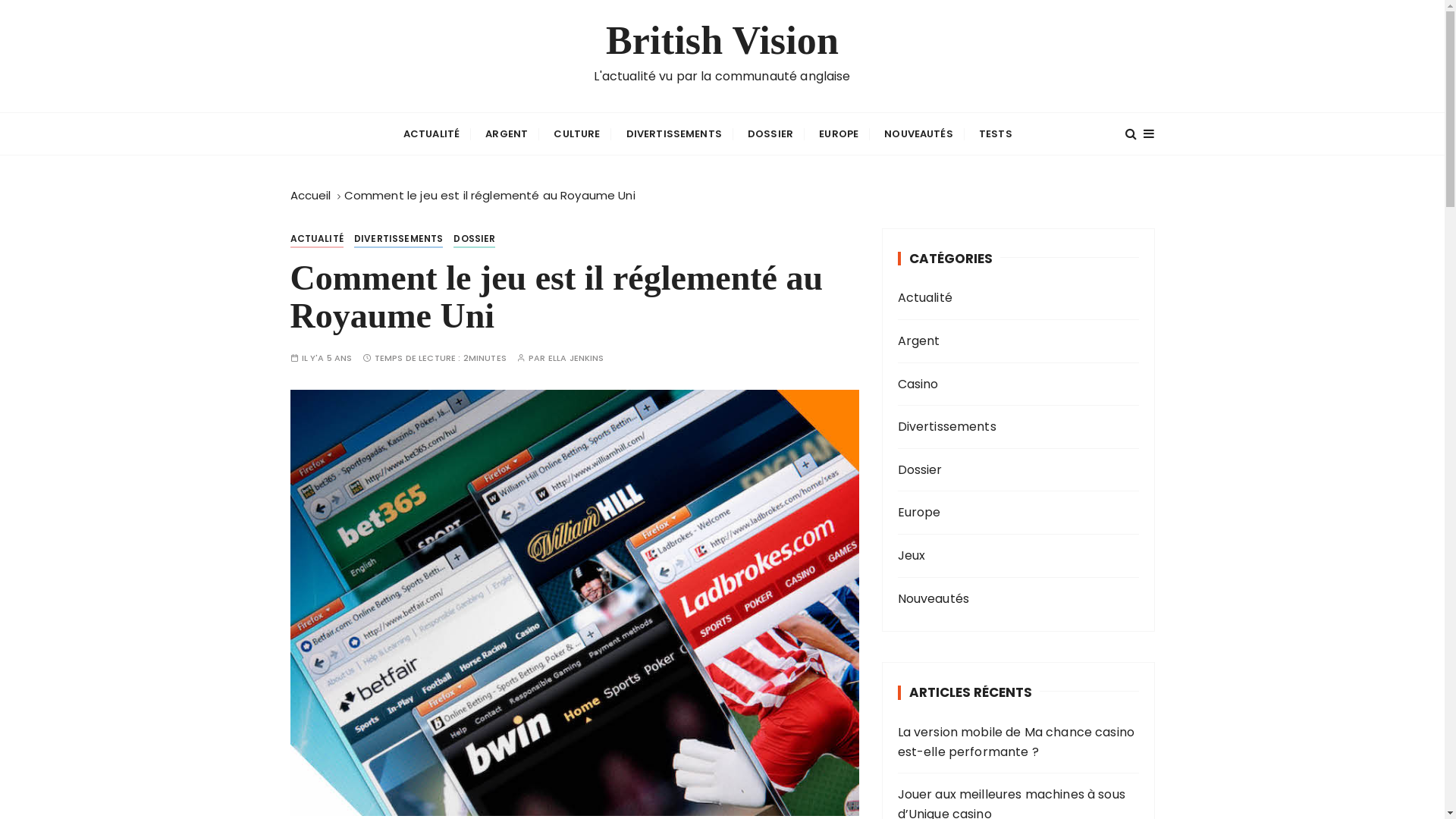  What do you see at coordinates (473, 239) in the screenshot?
I see `'DOSSIER'` at bounding box center [473, 239].